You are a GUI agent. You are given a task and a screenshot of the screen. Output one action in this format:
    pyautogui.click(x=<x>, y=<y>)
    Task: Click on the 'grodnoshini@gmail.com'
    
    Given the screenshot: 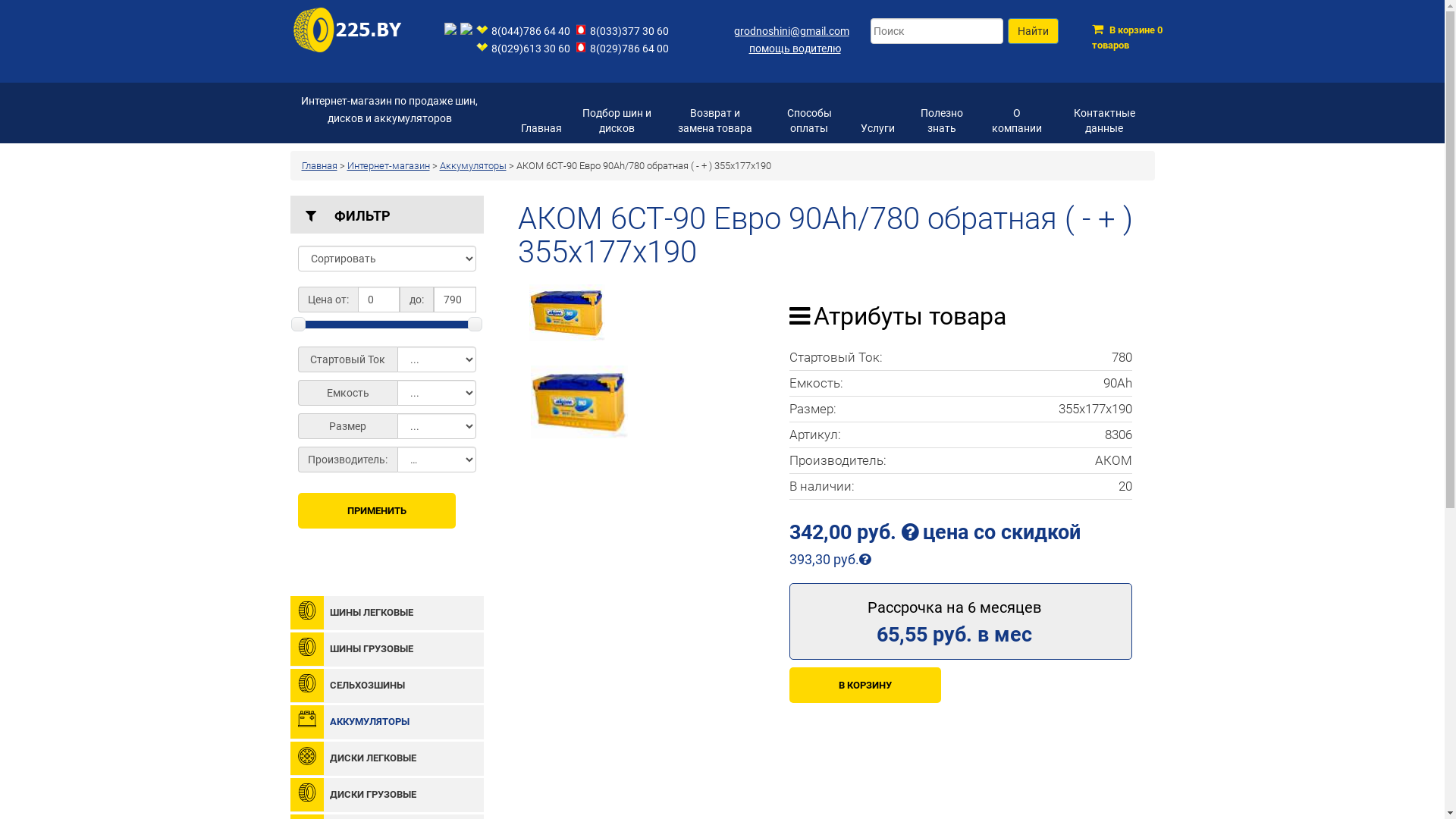 What is the action you would take?
    pyautogui.click(x=734, y=31)
    